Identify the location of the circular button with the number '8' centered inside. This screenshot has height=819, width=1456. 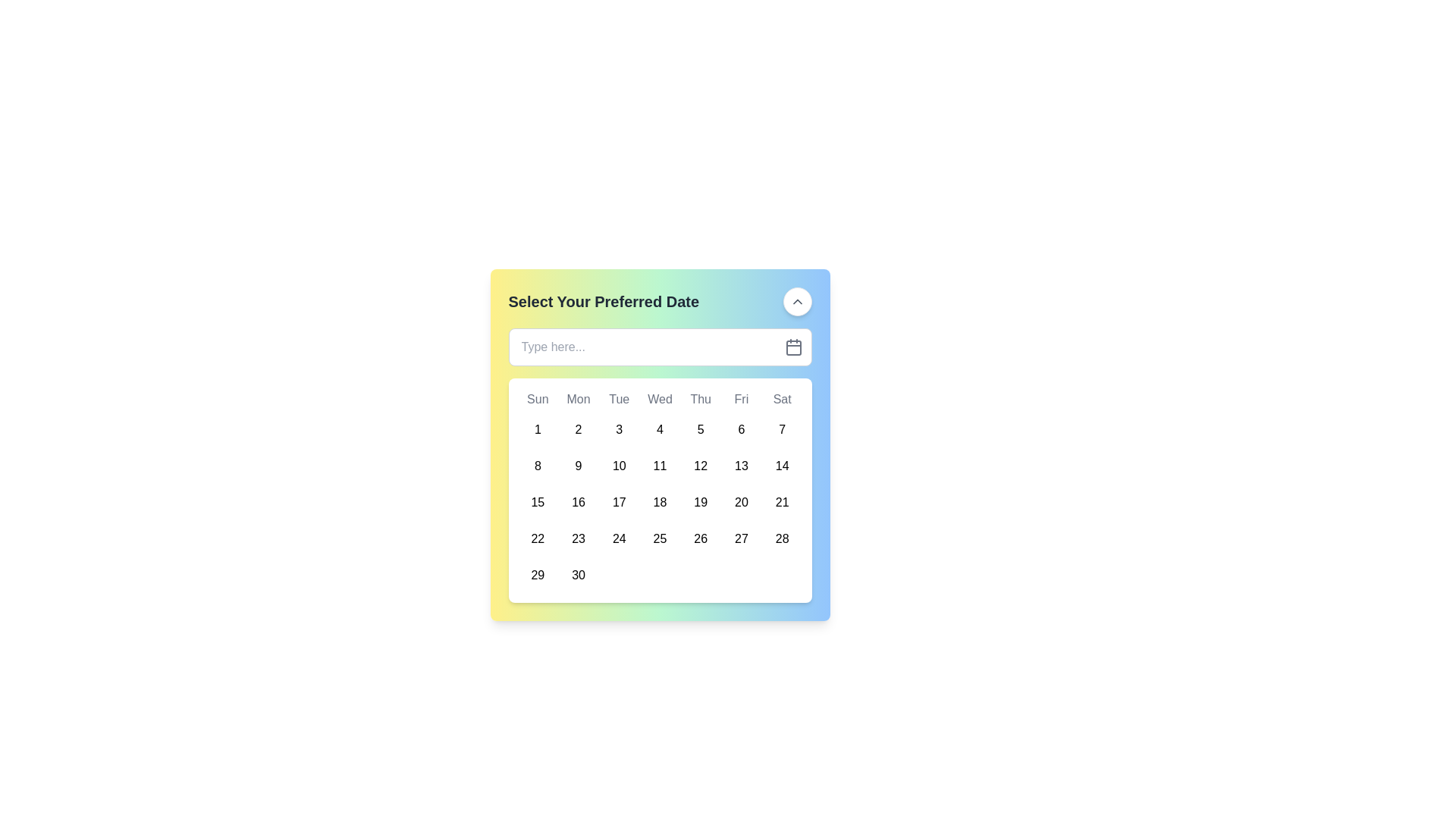
(538, 465).